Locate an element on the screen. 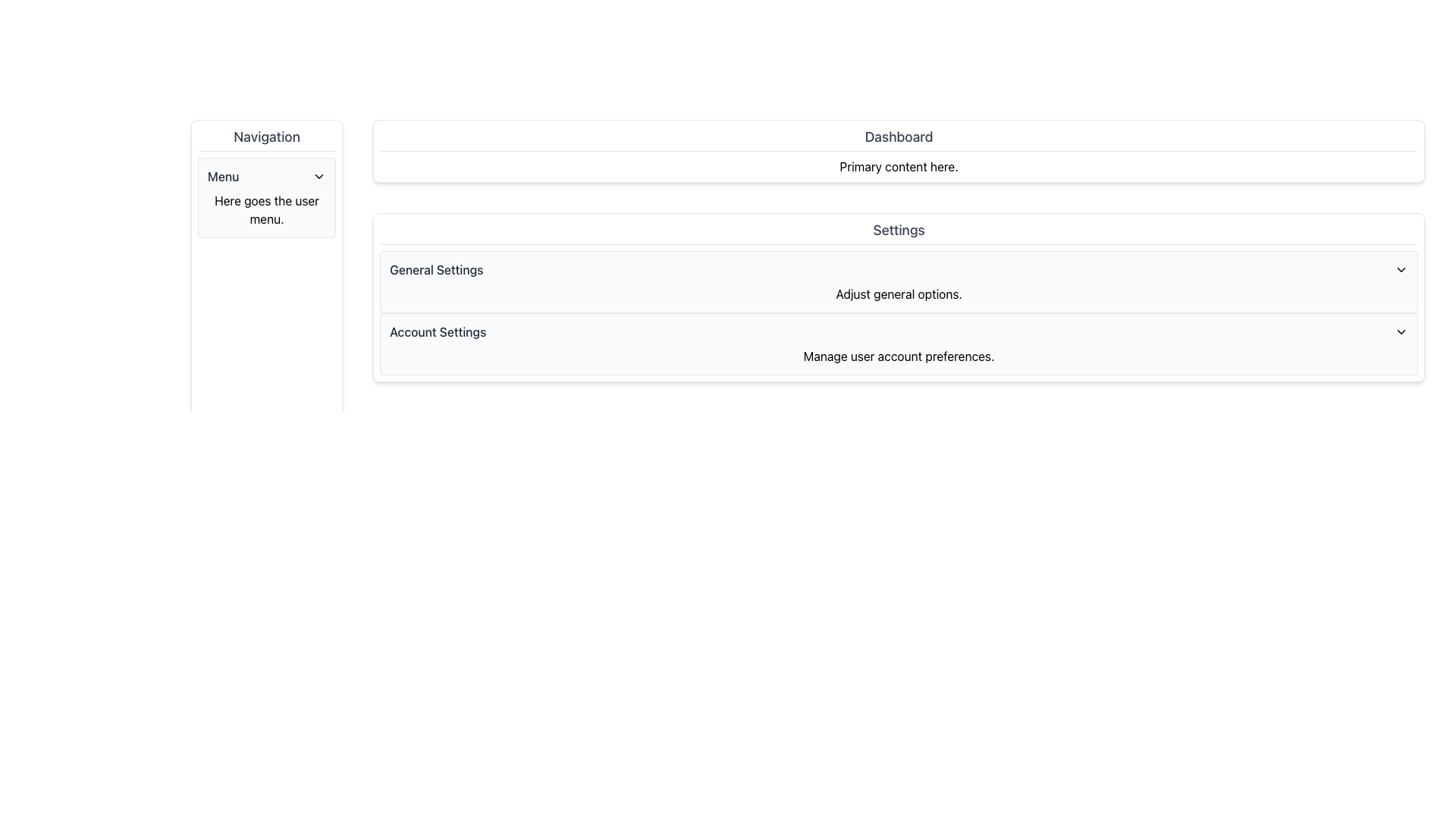  the static text providing descriptive information about the 'Account Settings' category, located directly under the 'Account Settings' heading in the settings interface is located at coordinates (899, 356).